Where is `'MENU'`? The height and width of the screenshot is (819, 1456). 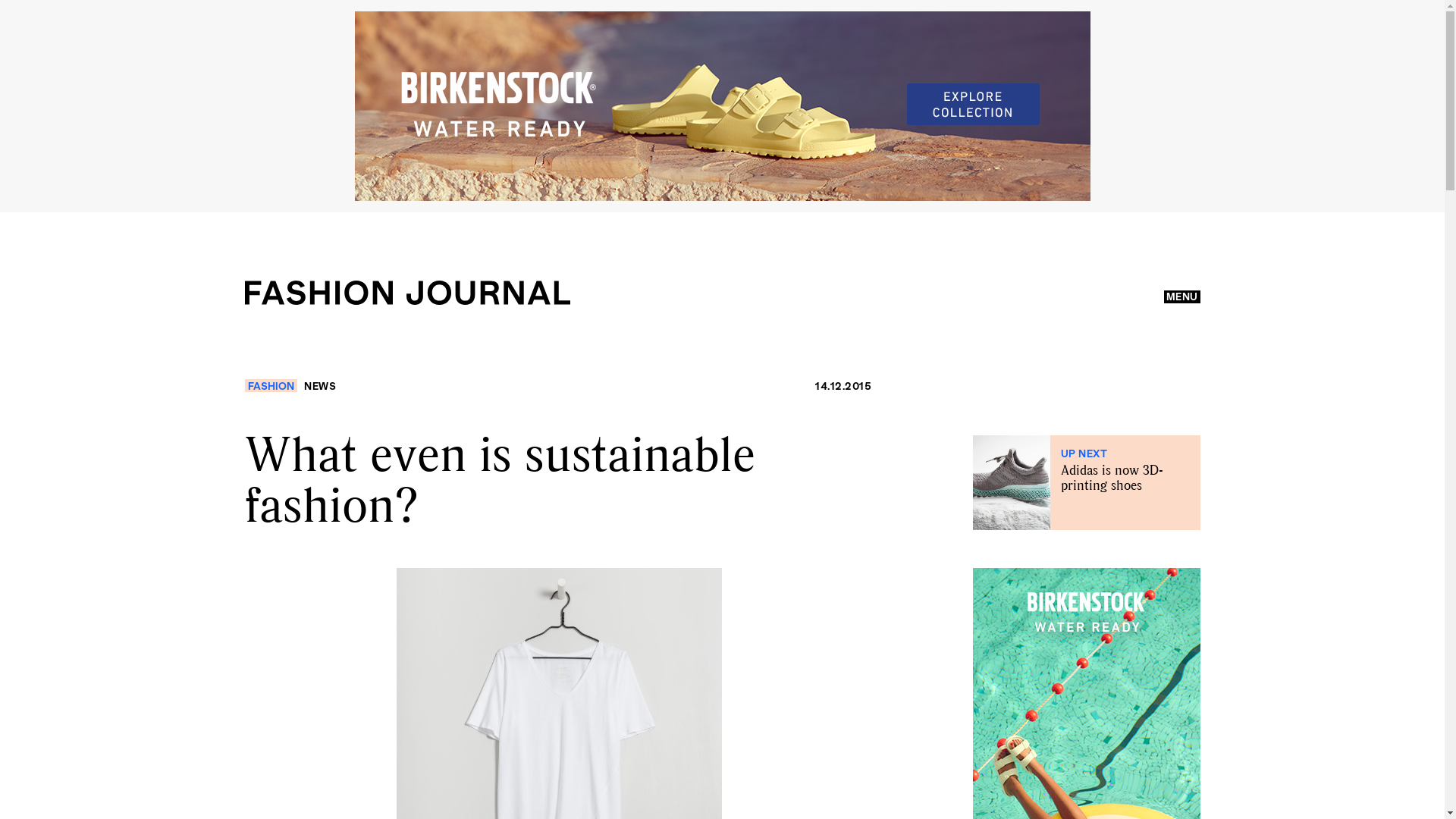
'MENU' is located at coordinates (1163, 297).